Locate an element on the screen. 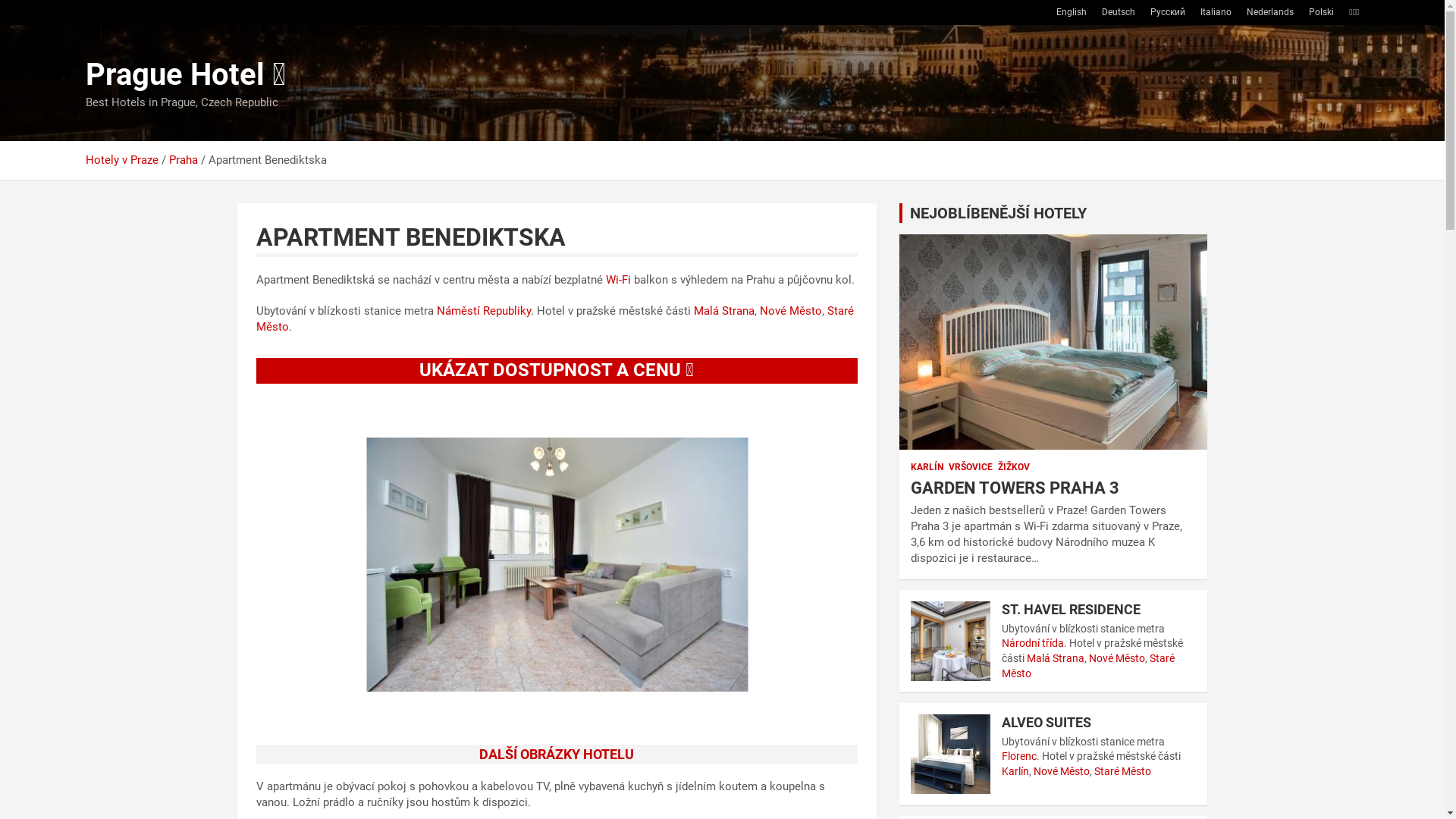  'GARDEN TOWERS PRAHA 3' is located at coordinates (1015, 488).